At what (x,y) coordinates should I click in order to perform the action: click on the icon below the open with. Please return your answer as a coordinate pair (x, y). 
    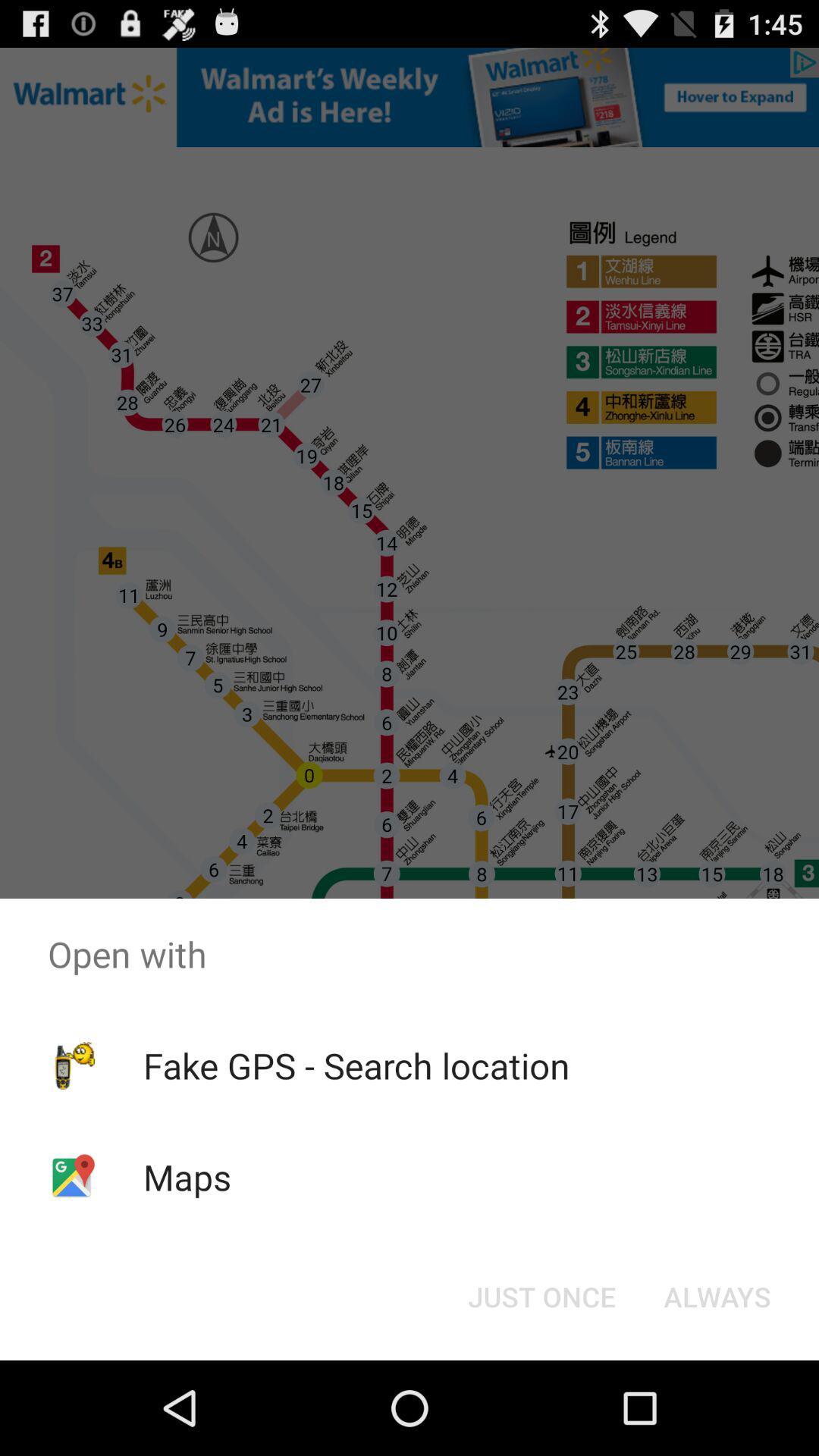
    Looking at the image, I should click on (717, 1295).